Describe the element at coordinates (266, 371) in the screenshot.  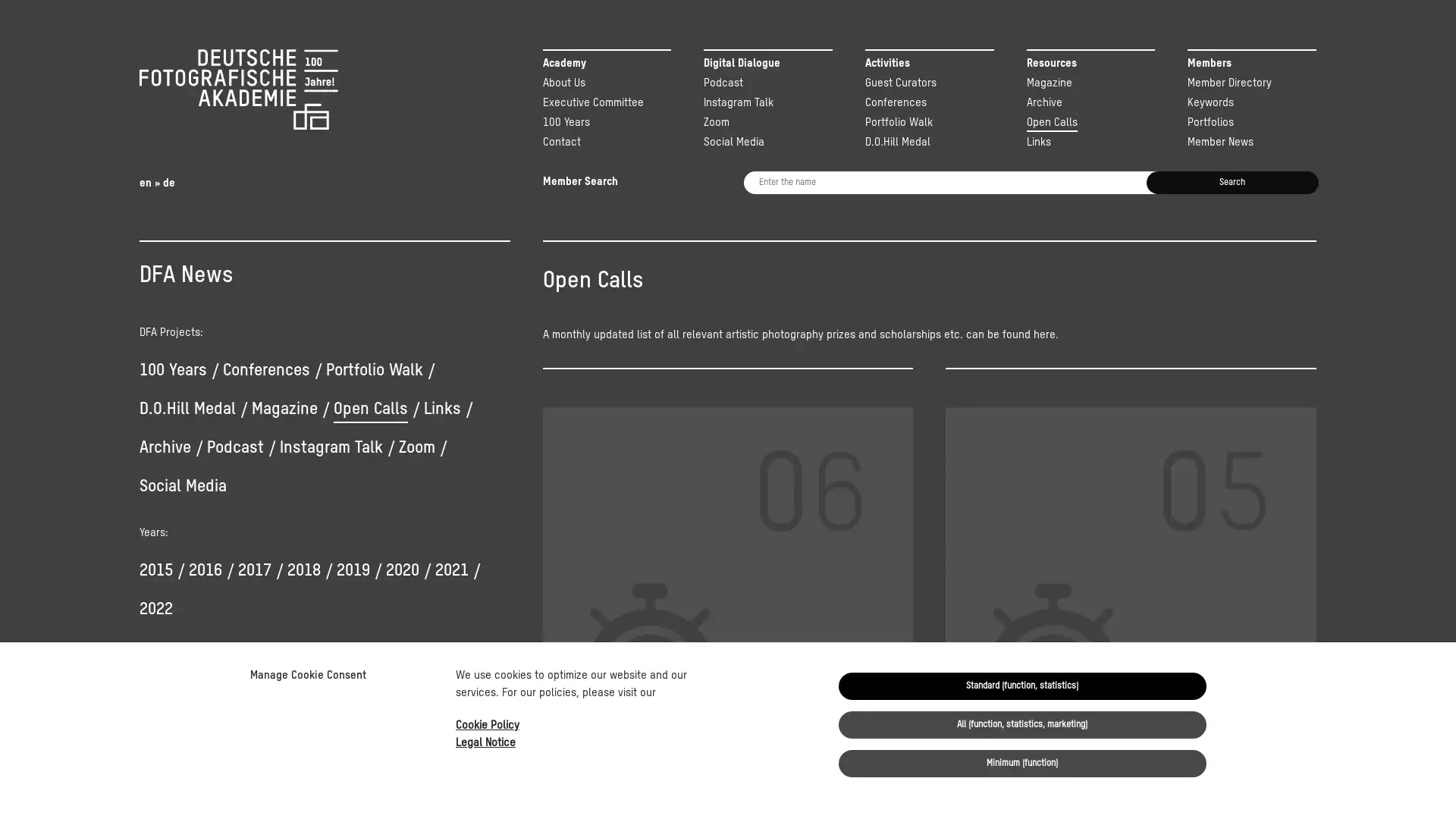
I see `Conferences` at that location.